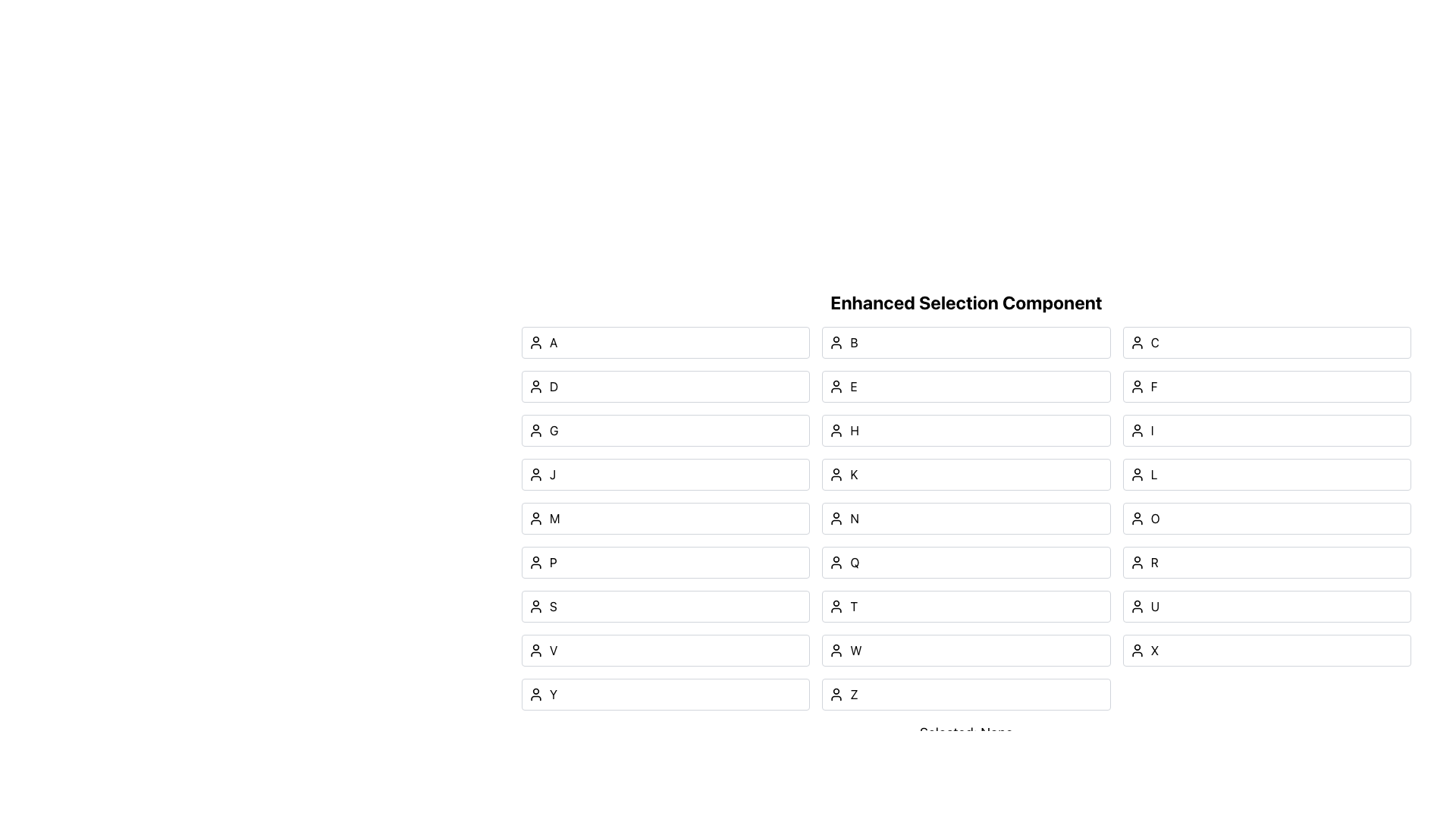 Image resolution: width=1456 pixels, height=819 pixels. Describe the element at coordinates (836, 342) in the screenshot. I see `the user profile silhouette icon located inside the button labeled 'B'` at that location.